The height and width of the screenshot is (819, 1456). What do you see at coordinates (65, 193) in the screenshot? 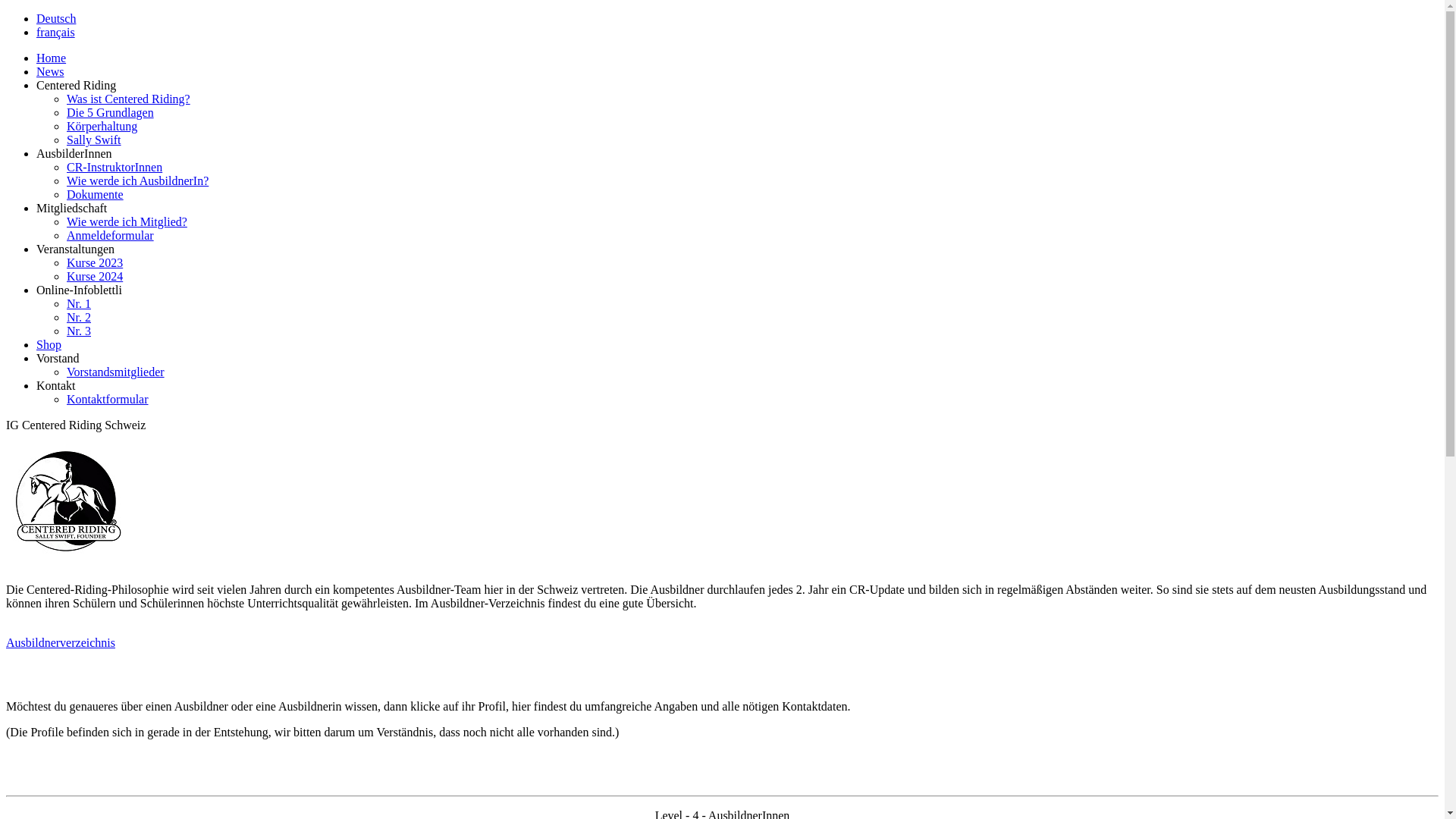
I see `'Dokumente'` at bounding box center [65, 193].